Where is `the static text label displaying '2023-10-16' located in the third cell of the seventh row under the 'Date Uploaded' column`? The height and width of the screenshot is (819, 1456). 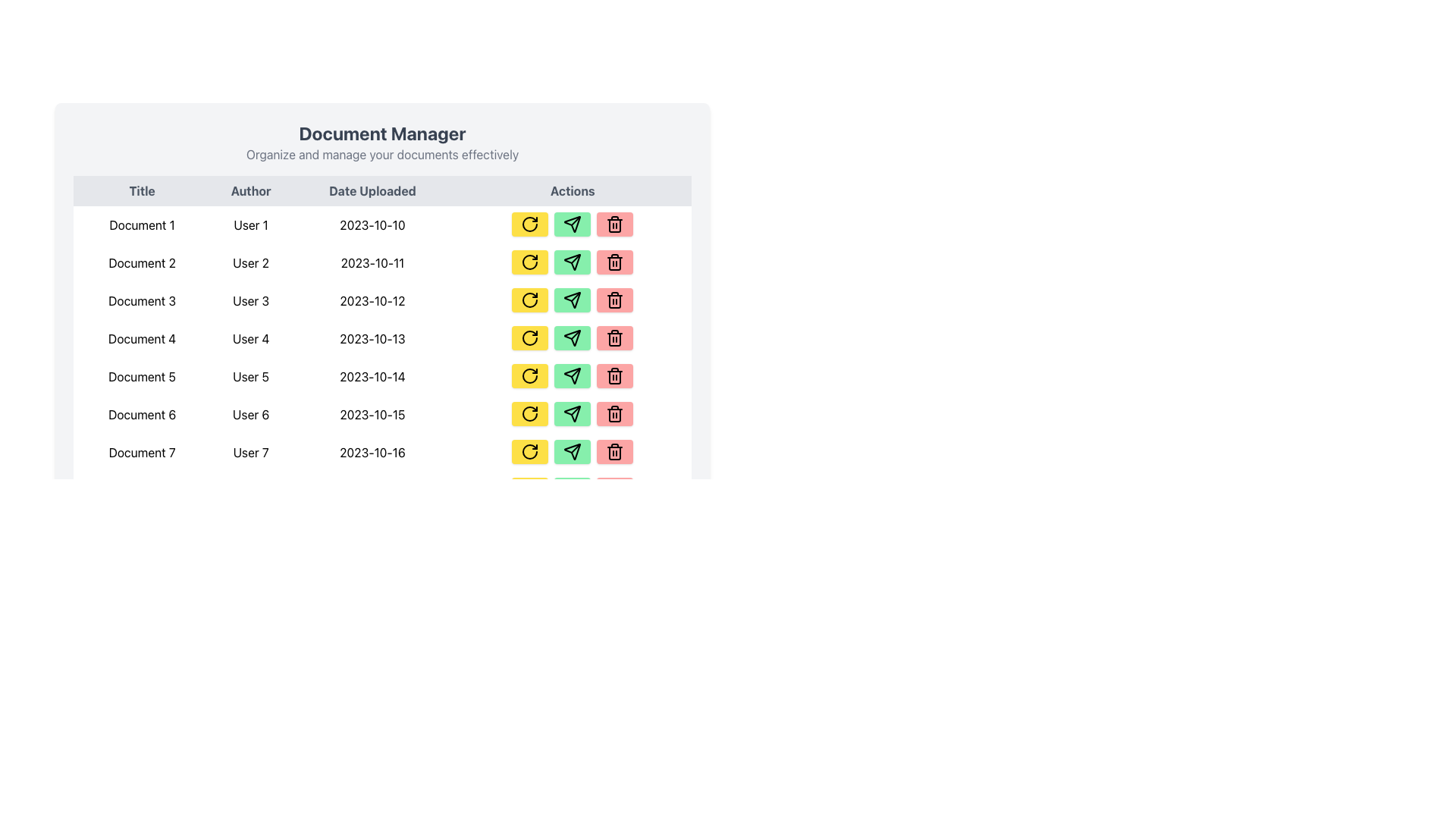
the static text label displaying '2023-10-16' located in the third cell of the seventh row under the 'Date Uploaded' column is located at coordinates (372, 452).